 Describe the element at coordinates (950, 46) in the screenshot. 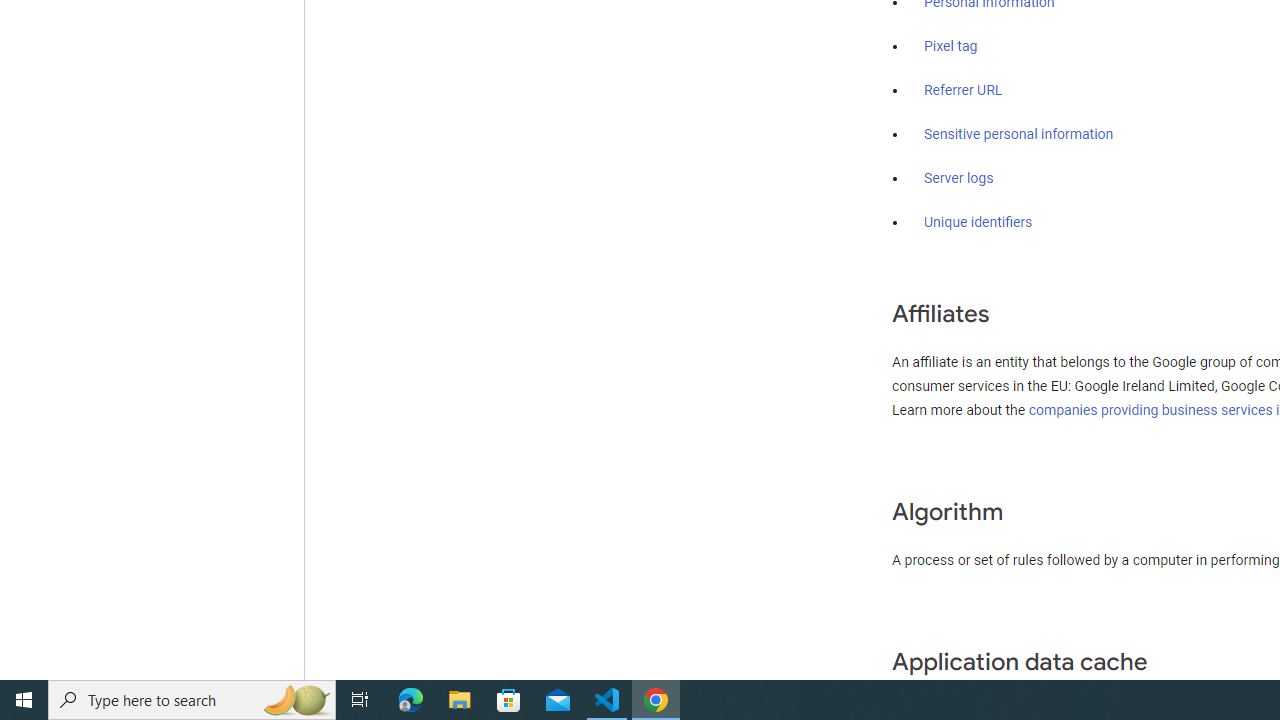

I see `'Pixel tag'` at that location.